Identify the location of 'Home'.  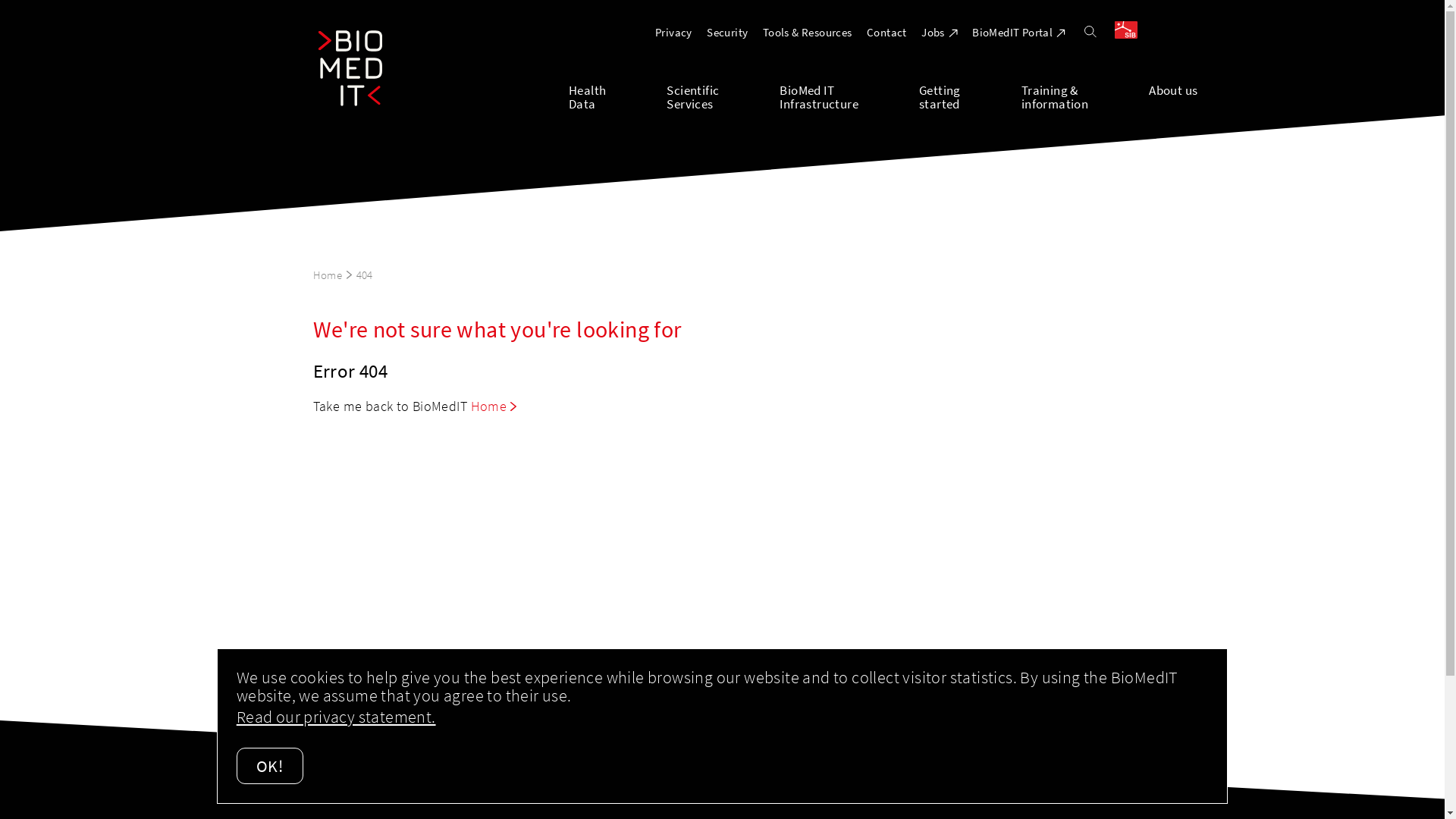
(331, 275).